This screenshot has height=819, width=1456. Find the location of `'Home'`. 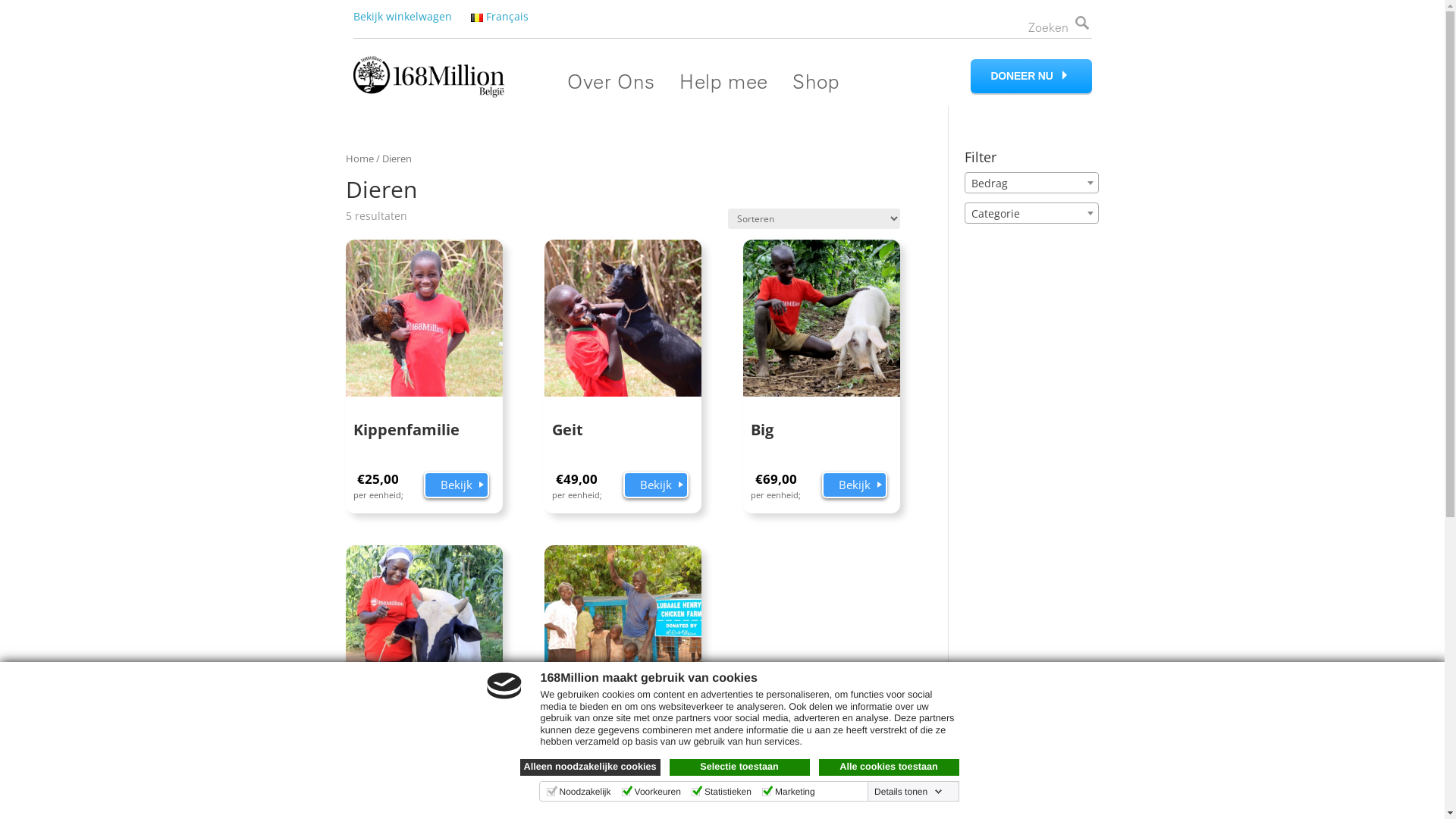

'Home' is located at coordinates (359, 158).